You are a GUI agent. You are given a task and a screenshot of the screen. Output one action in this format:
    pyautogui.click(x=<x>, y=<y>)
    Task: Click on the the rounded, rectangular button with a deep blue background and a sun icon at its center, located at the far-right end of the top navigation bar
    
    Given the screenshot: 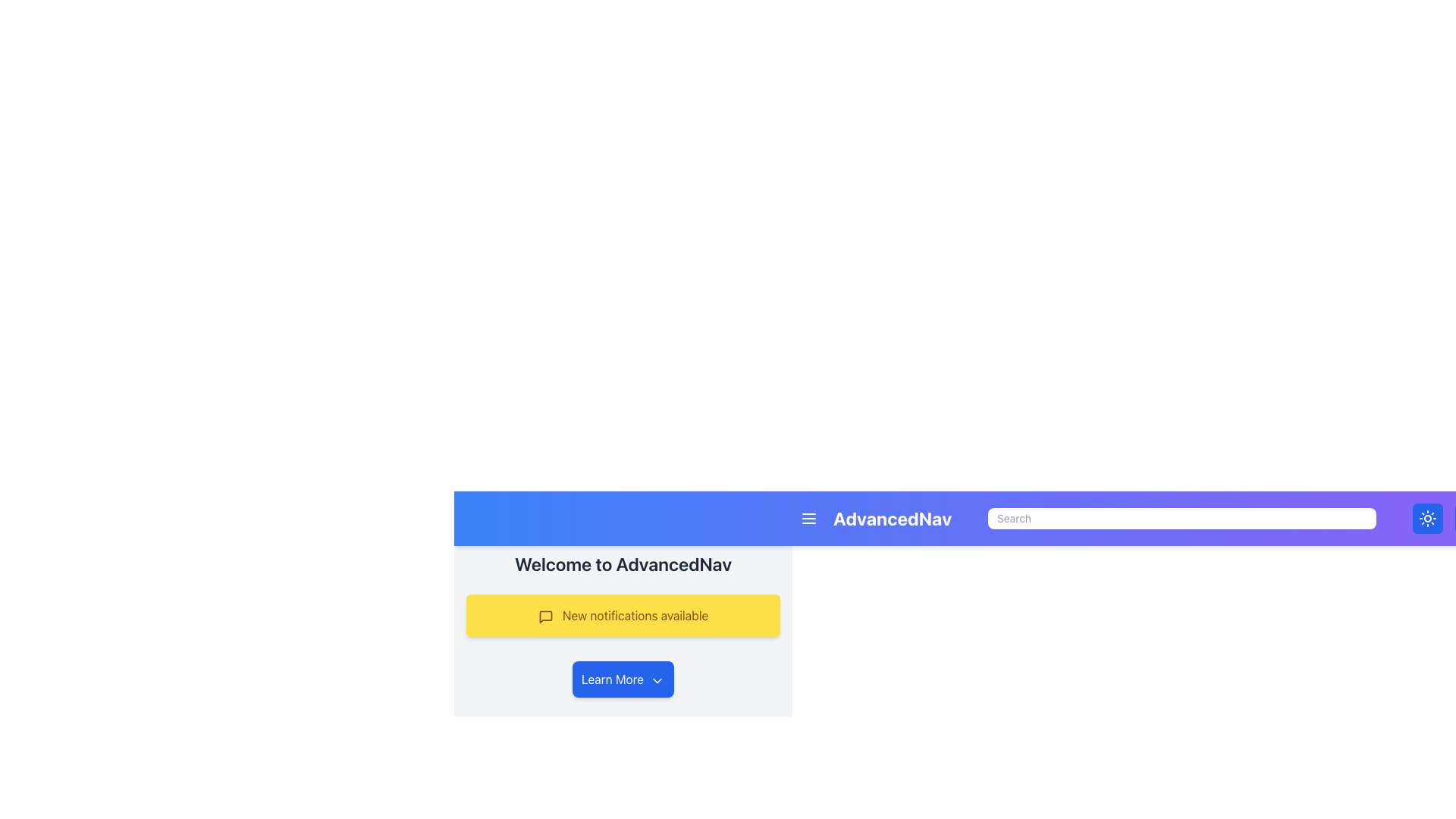 What is the action you would take?
    pyautogui.click(x=1426, y=517)
    